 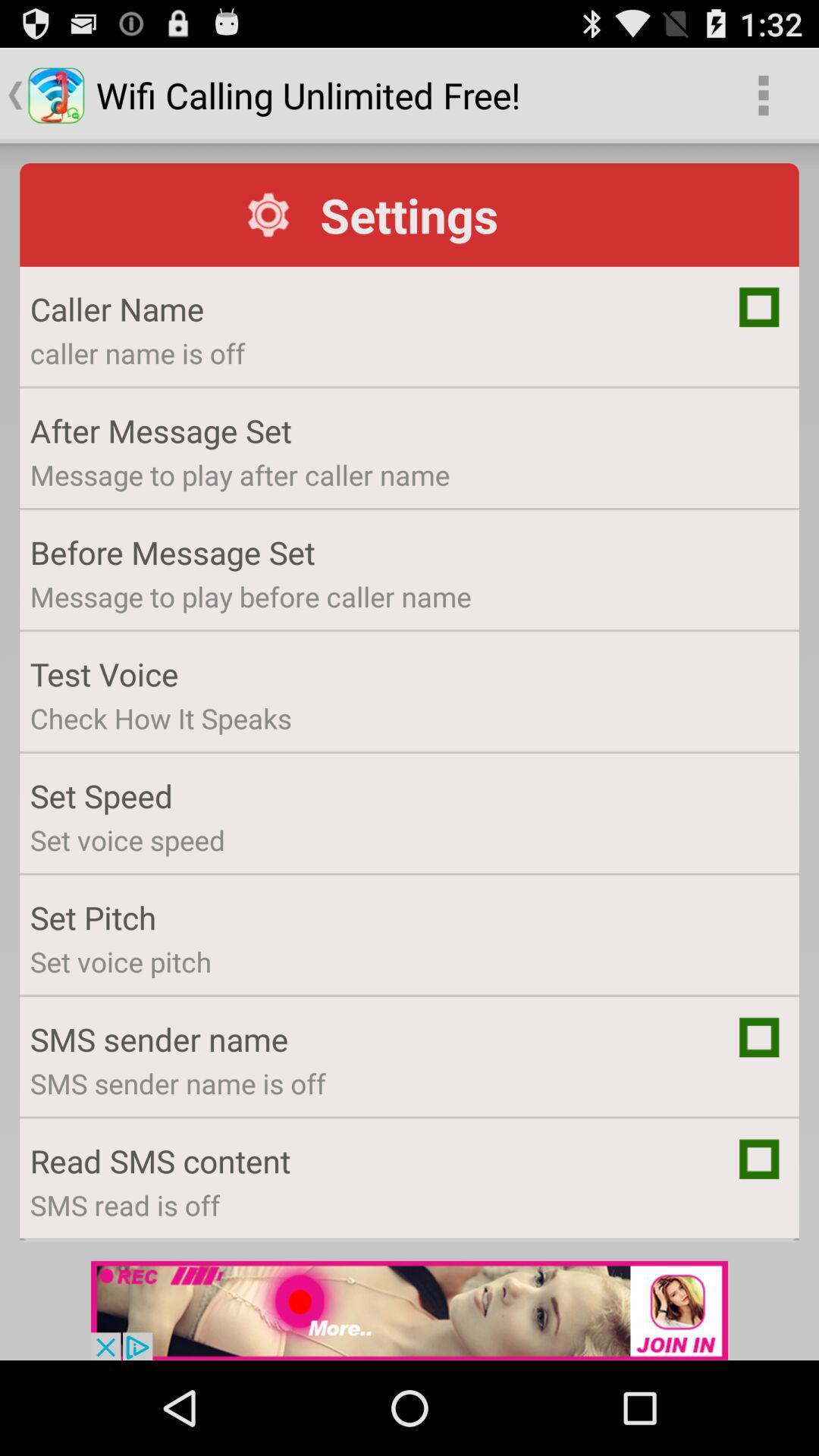 What do you see at coordinates (759, 306) in the screenshot?
I see `click check box` at bounding box center [759, 306].